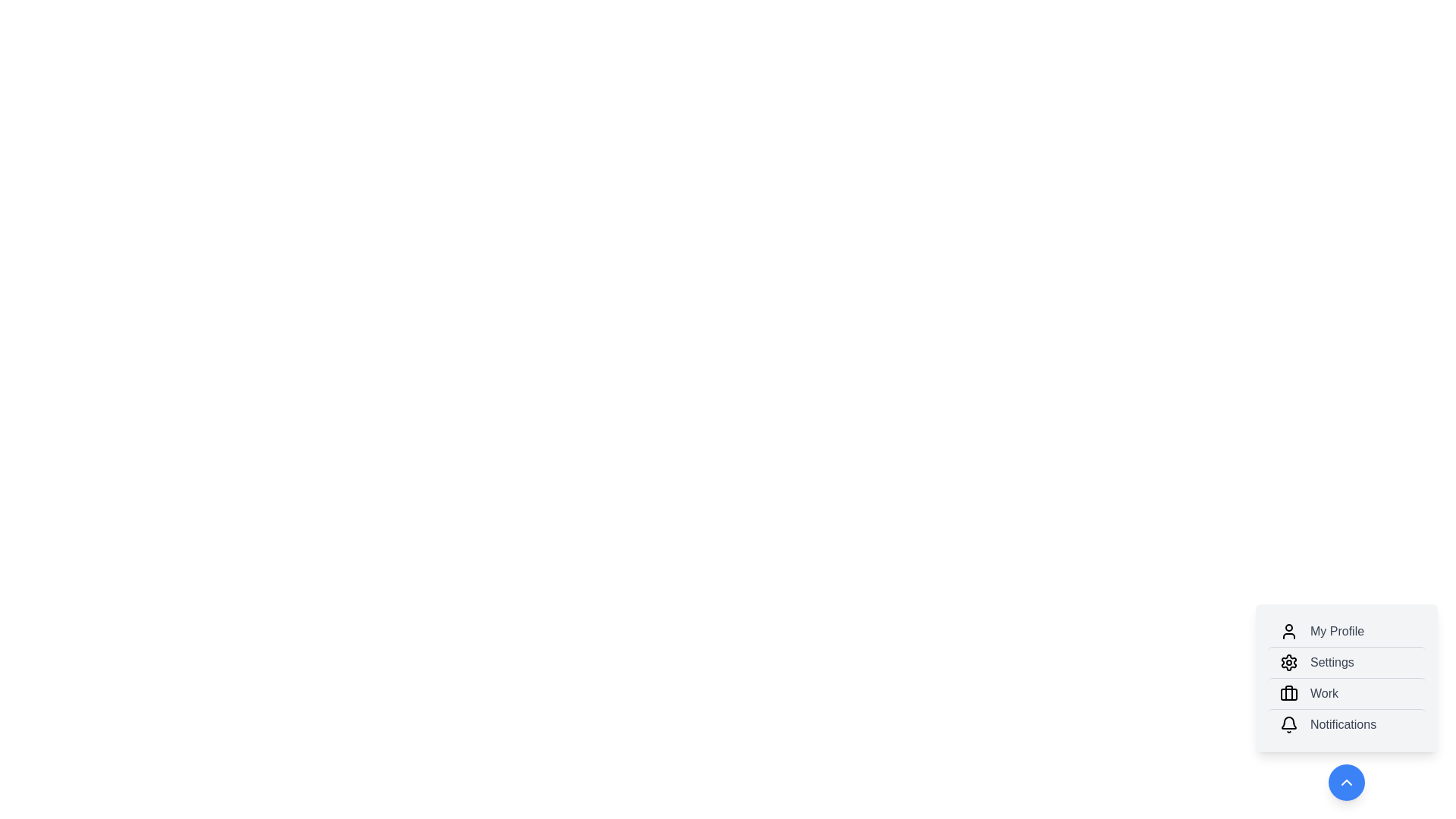 This screenshot has width=1456, height=819. I want to click on the menu item labeled 'Notifications', so click(1347, 723).